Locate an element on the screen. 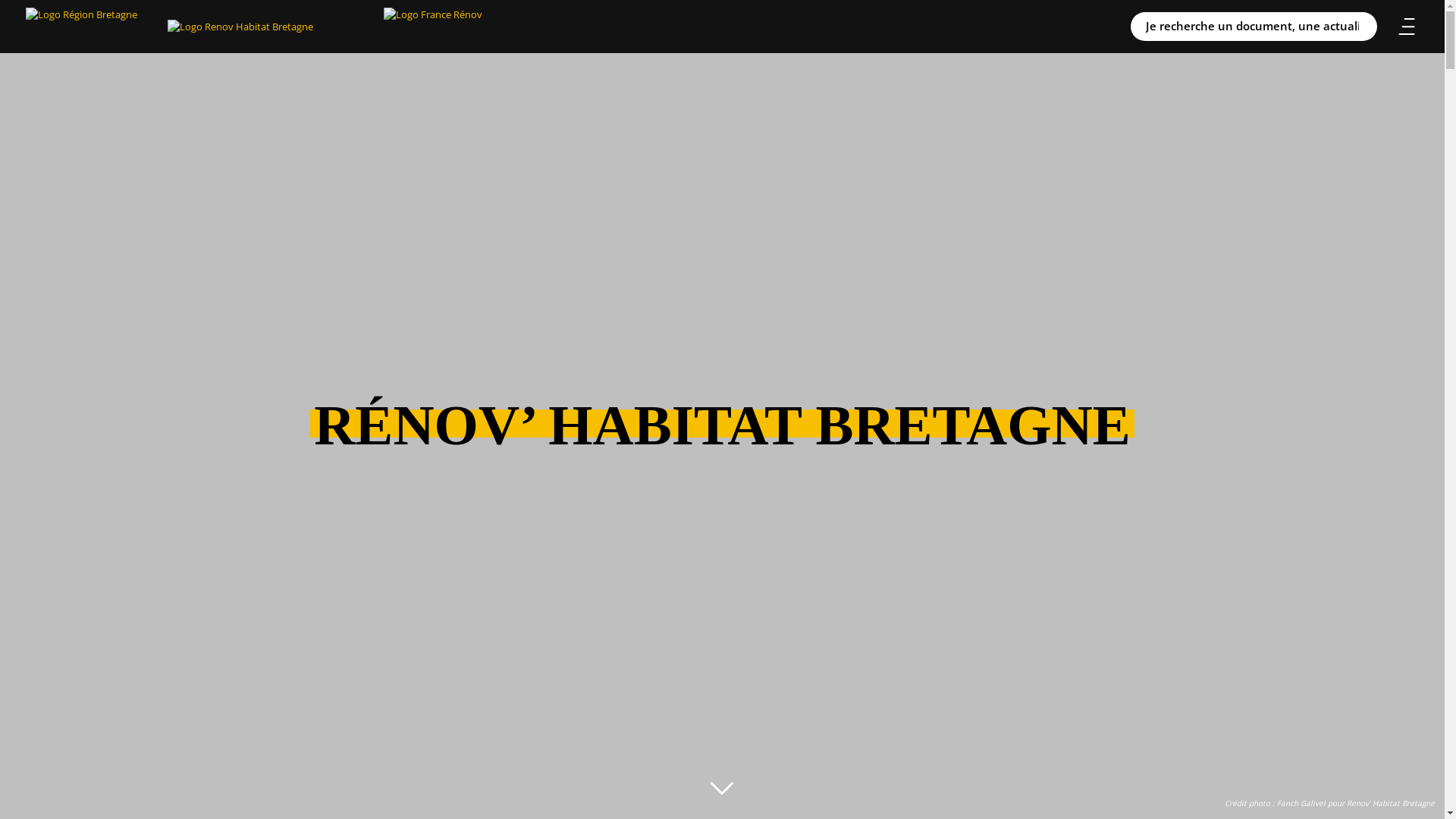  'Menu' is located at coordinates (1405, 26).